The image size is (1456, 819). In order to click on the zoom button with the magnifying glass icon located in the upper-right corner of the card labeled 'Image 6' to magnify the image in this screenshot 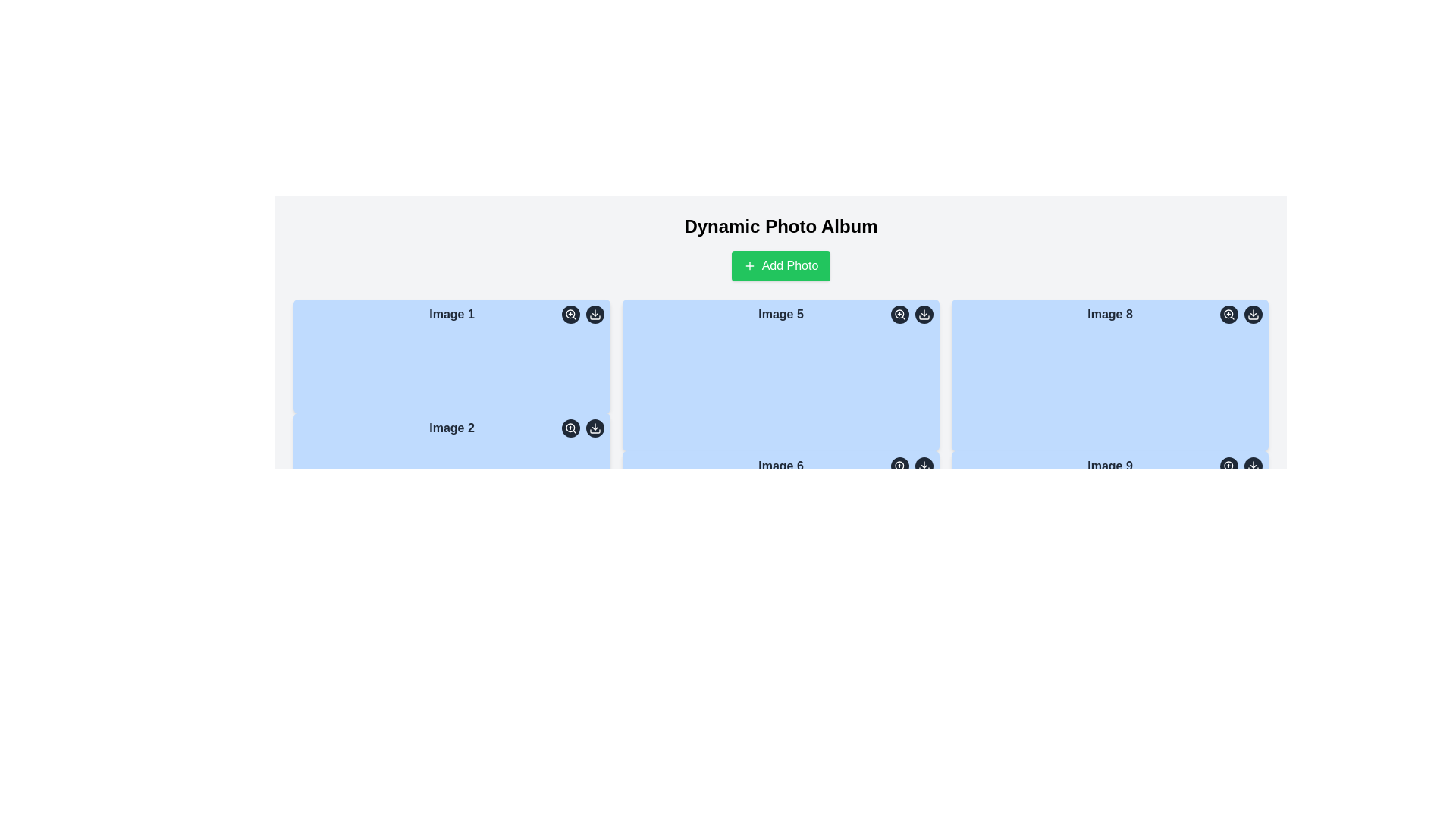, I will do `click(912, 465)`.